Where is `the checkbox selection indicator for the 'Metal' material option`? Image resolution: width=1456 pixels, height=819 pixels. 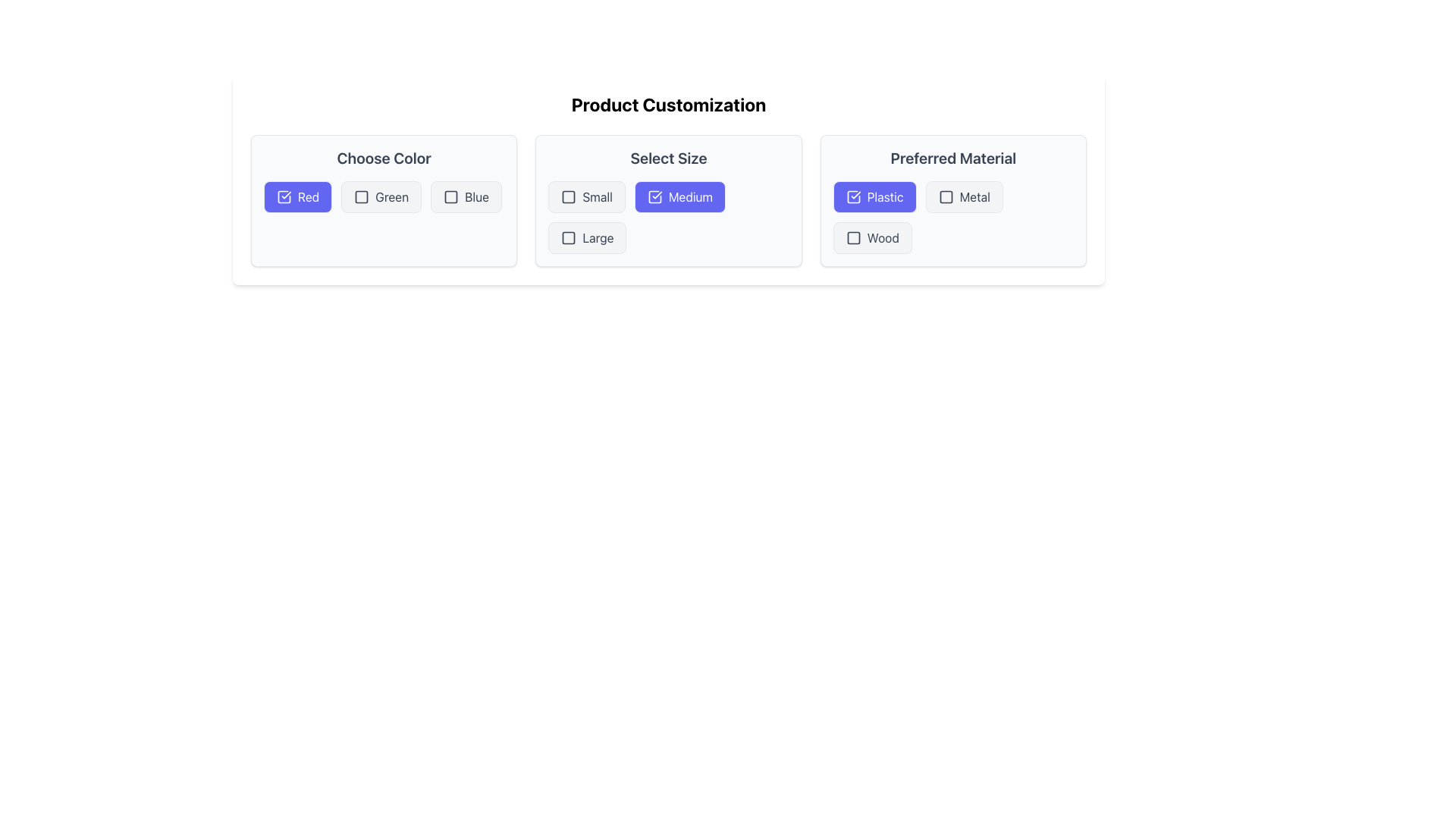 the checkbox selection indicator for the 'Metal' material option is located at coordinates (945, 196).